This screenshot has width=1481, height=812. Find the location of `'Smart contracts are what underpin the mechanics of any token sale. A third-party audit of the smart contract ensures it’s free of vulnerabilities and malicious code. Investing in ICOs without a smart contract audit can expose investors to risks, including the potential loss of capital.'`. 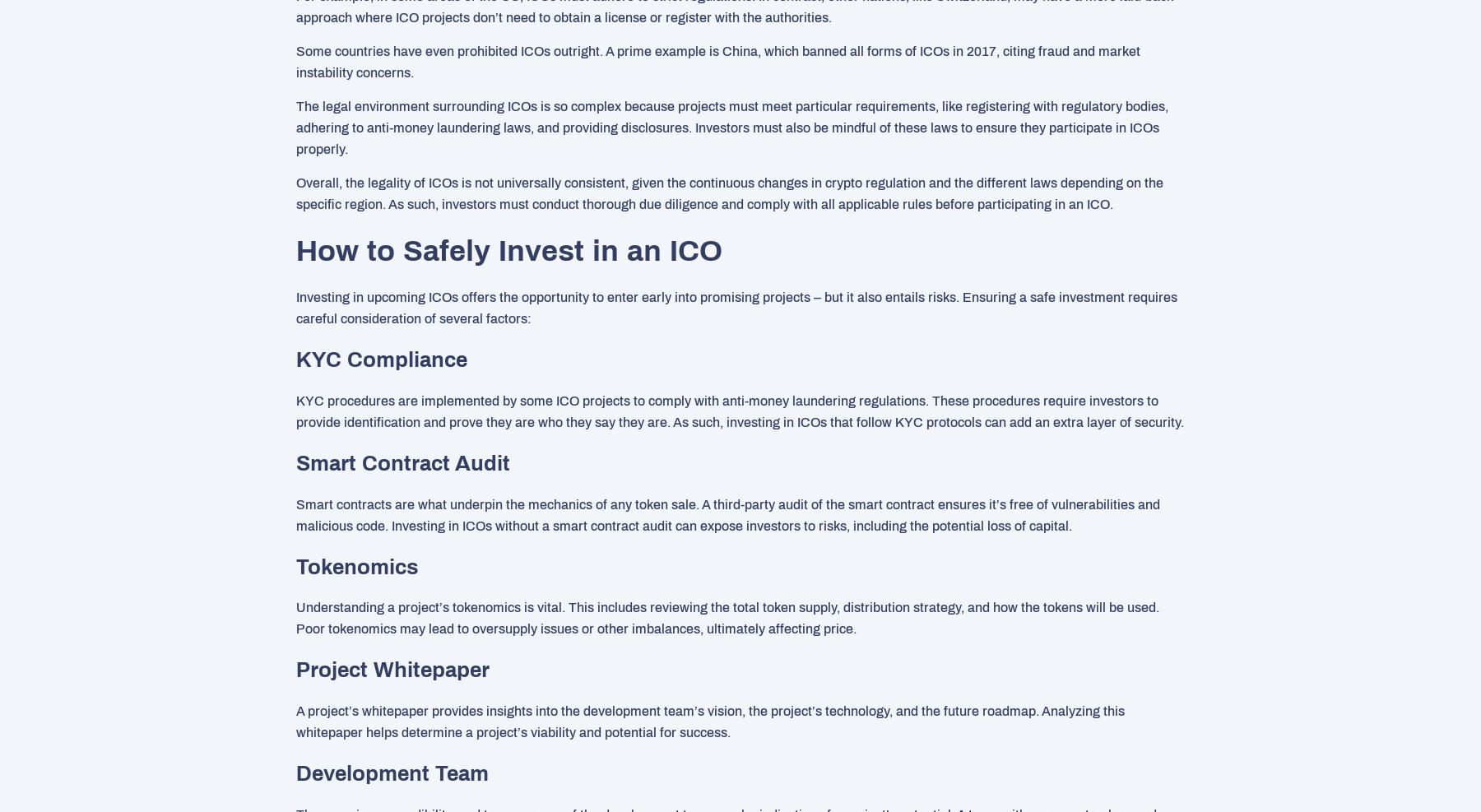

'Smart contracts are what underpin the mechanics of any token sale. A third-party audit of the smart contract ensures it’s free of vulnerabilities and malicious code. Investing in ICOs without a smart contract audit can expose investors to risks, including the potential loss of capital.' is located at coordinates (728, 513).